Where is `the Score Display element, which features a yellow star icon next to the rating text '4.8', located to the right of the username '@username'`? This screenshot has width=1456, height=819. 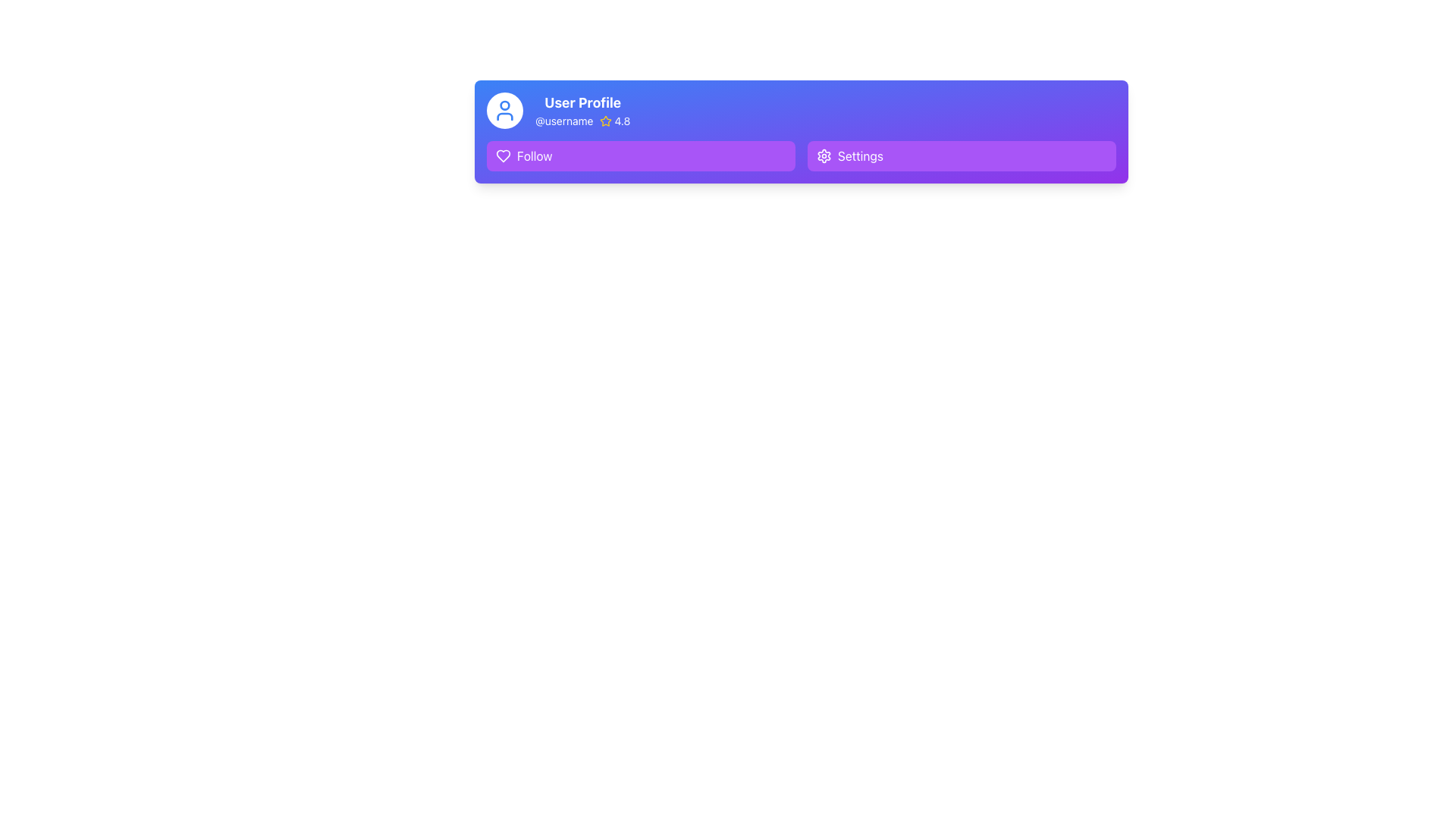 the Score Display element, which features a yellow star icon next to the rating text '4.8', located to the right of the username '@username' is located at coordinates (614, 120).